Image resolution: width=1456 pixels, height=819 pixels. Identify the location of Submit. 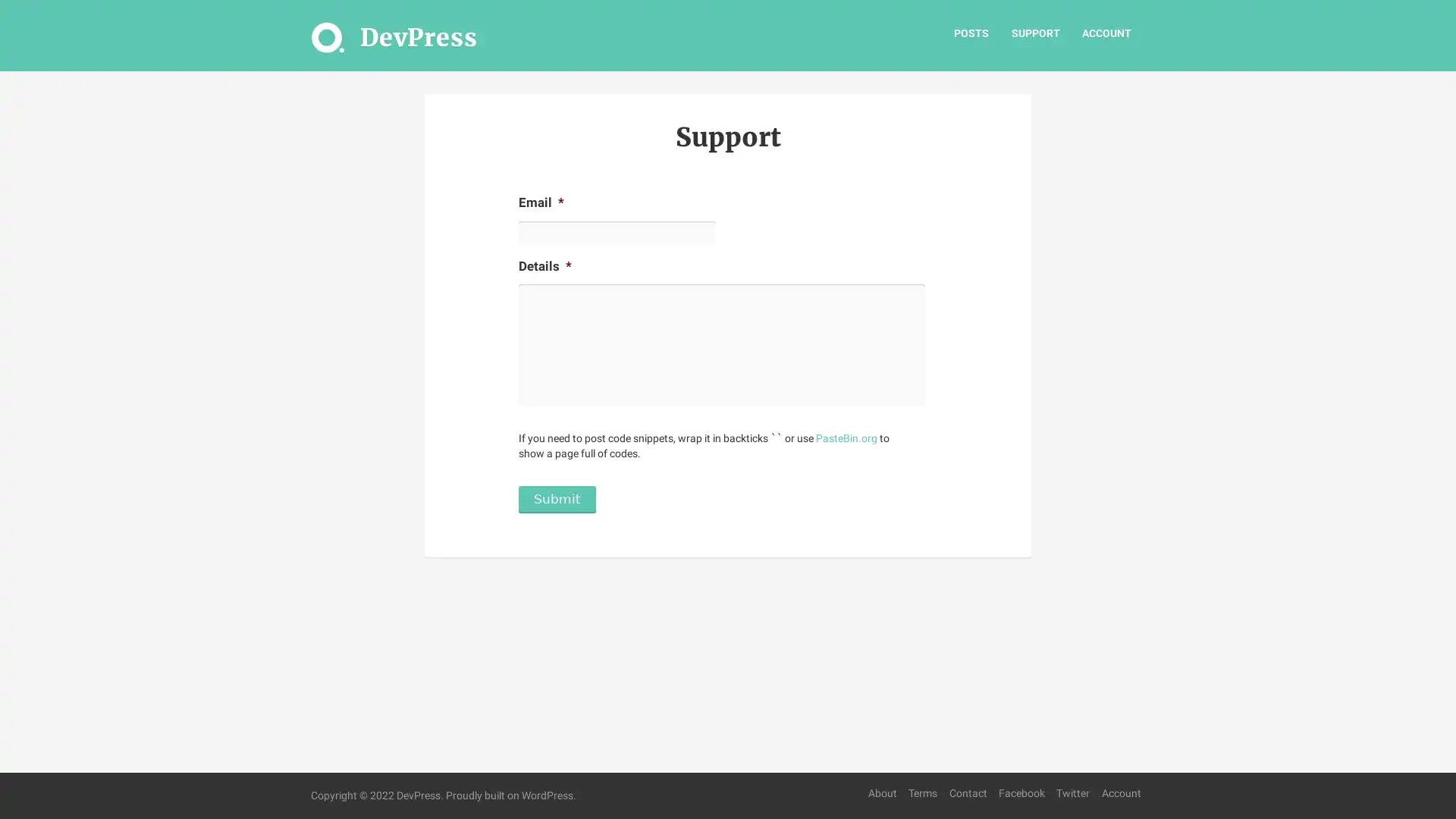
(556, 507).